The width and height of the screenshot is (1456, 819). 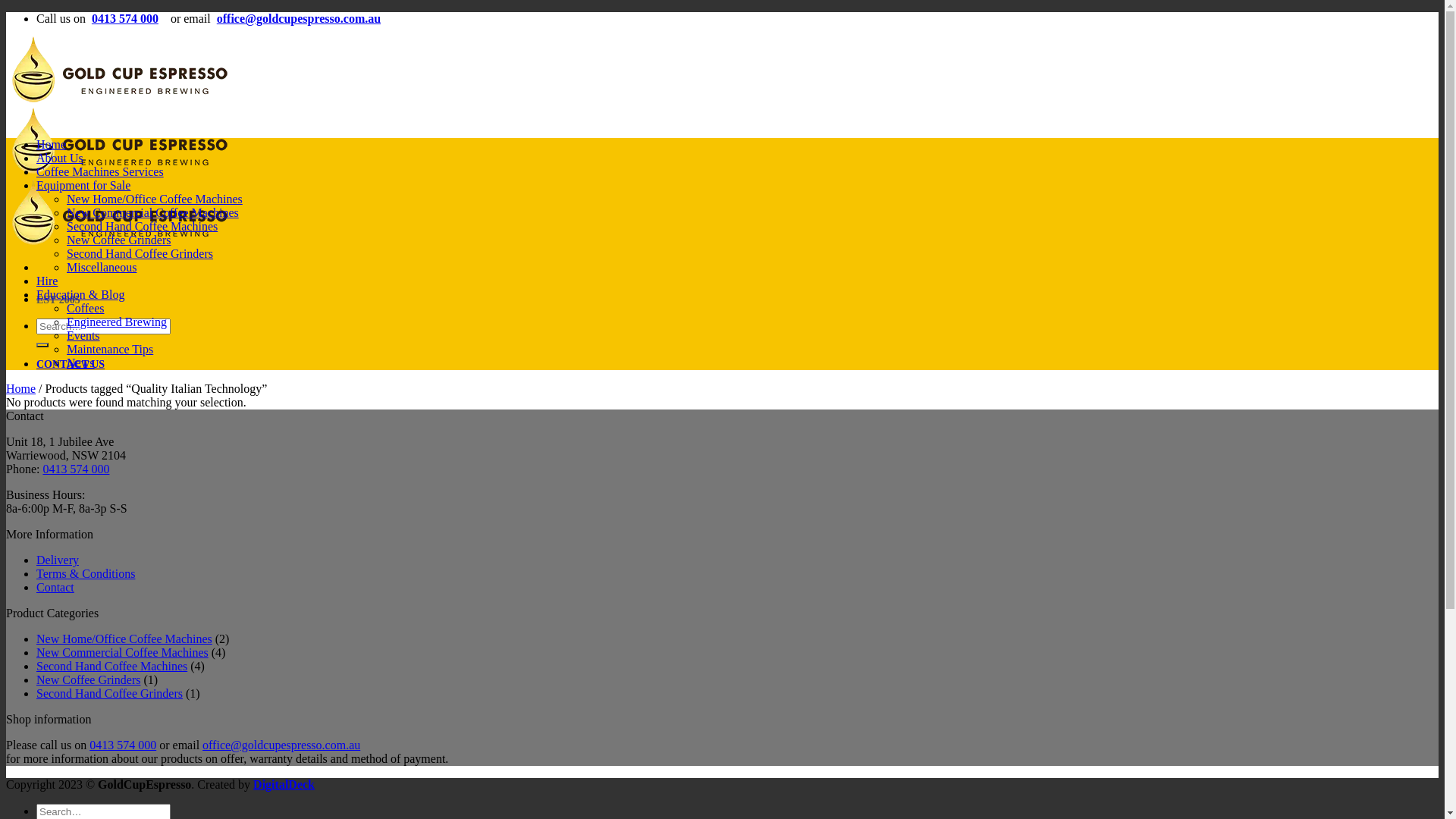 I want to click on 'Engineered Brewing', so click(x=115, y=321).